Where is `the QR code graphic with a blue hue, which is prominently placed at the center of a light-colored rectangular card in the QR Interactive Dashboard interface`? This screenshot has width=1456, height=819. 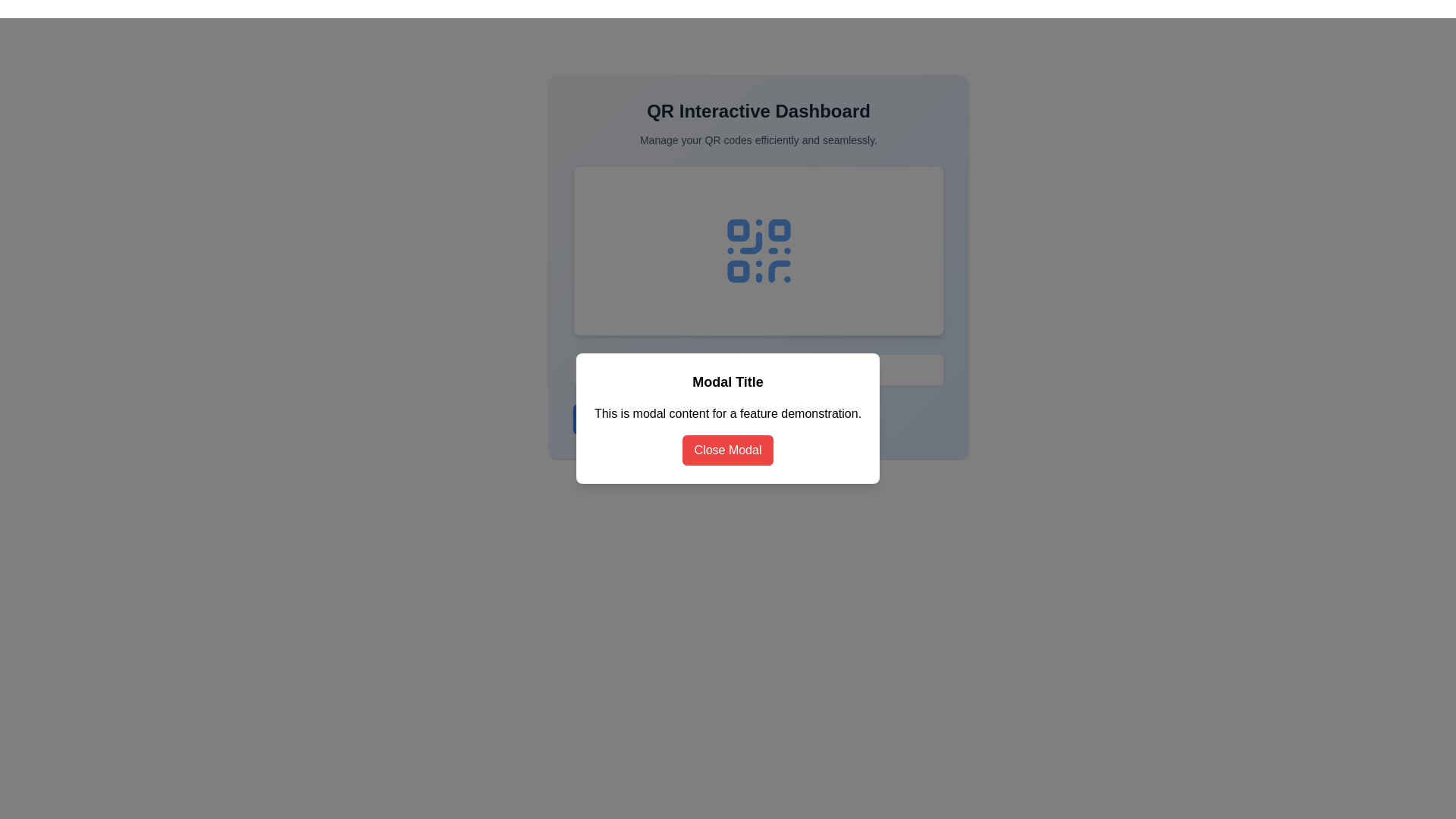 the QR code graphic with a blue hue, which is prominently placed at the center of a light-colored rectangular card in the QR Interactive Dashboard interface is located at coordinates (758, 250).